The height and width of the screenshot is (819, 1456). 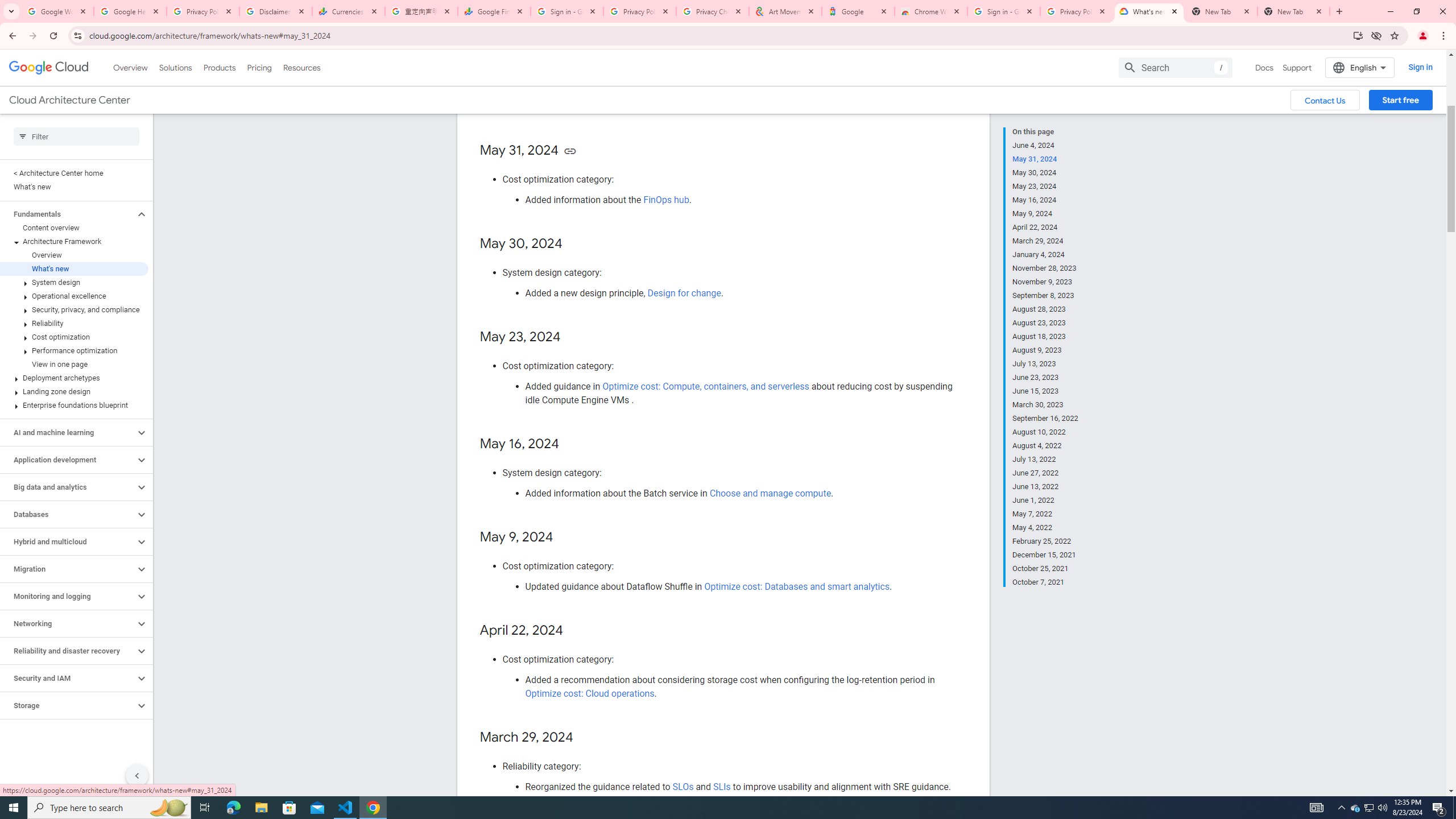 What do you see at coordinates (76, 136) in the screenshot?
I see `'Type to filter'` at bounding box center [76, 136].